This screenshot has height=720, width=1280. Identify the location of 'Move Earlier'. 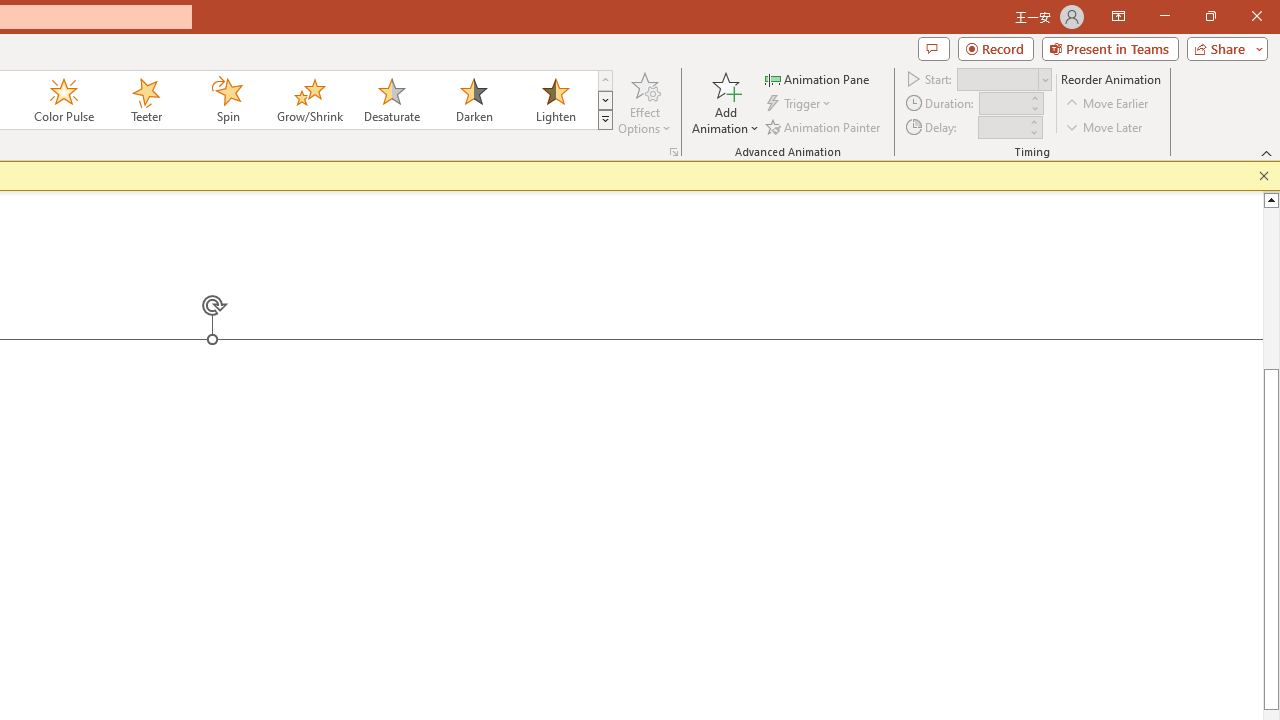
(1106, 103).